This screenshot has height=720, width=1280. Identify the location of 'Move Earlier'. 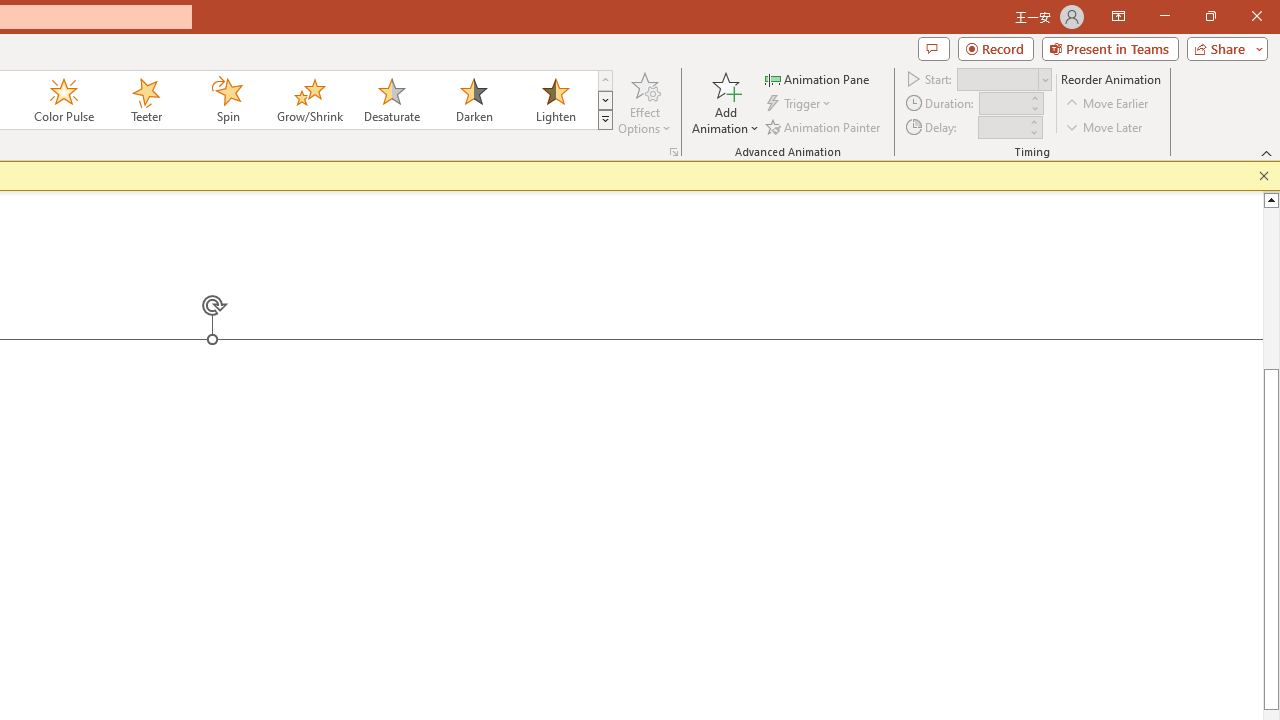
(1106, 103).